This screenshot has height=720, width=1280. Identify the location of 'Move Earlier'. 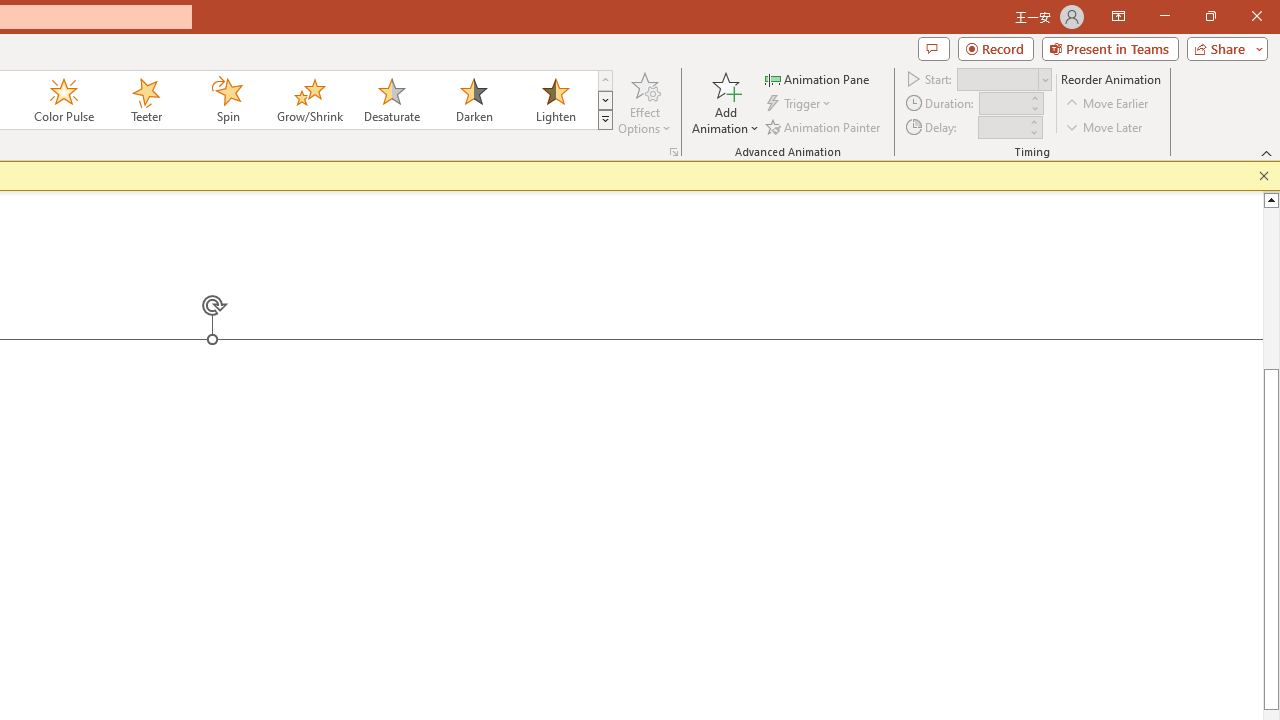
(1106, 103).